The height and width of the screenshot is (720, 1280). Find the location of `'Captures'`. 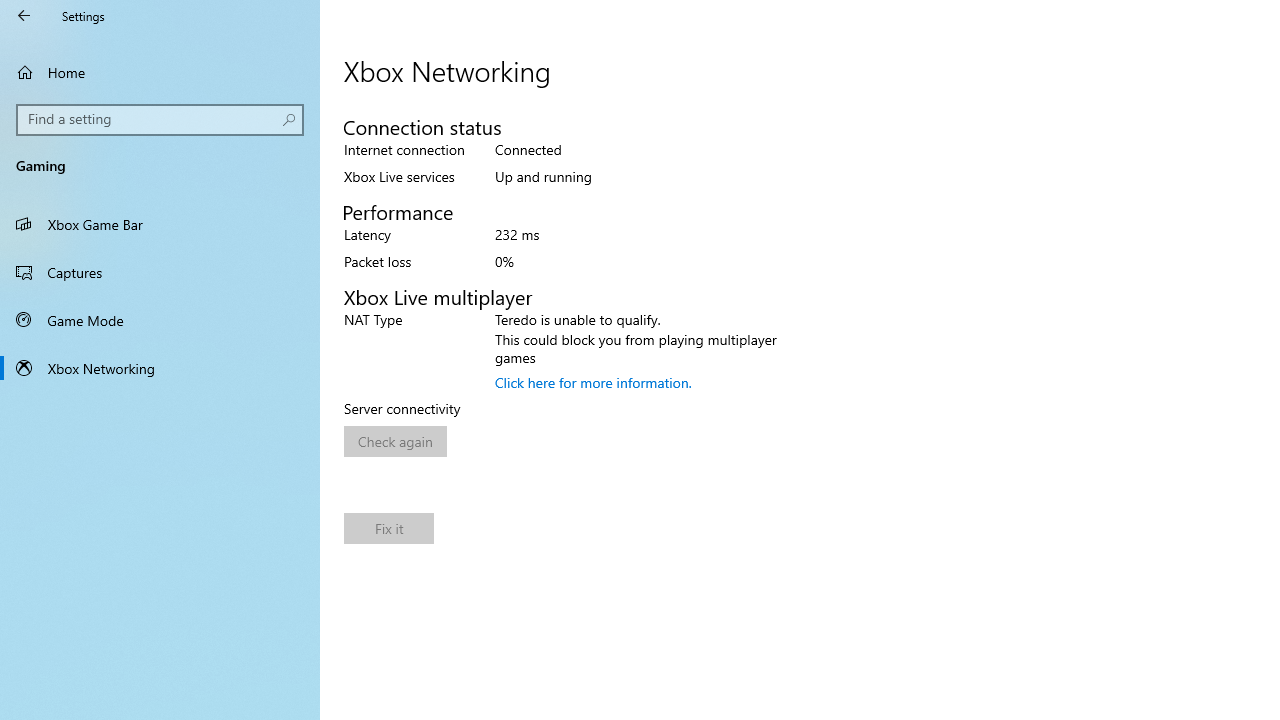

'Captures' is located at coordinates (160, 271).